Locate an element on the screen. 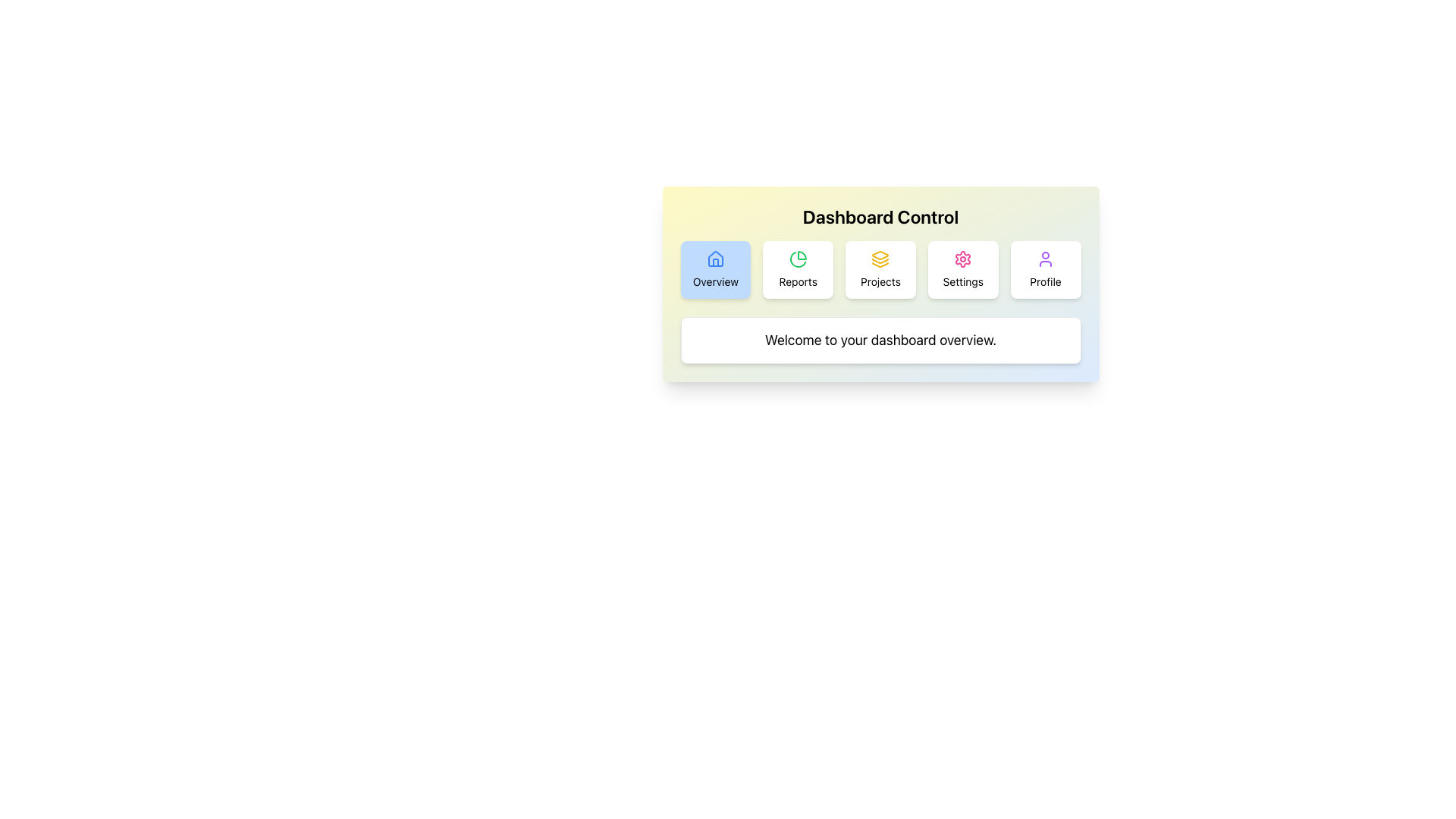 The image size is (1456, 819). the pink gear icon located centrally within the 'Settings' button is located at coordinates (962, 259).